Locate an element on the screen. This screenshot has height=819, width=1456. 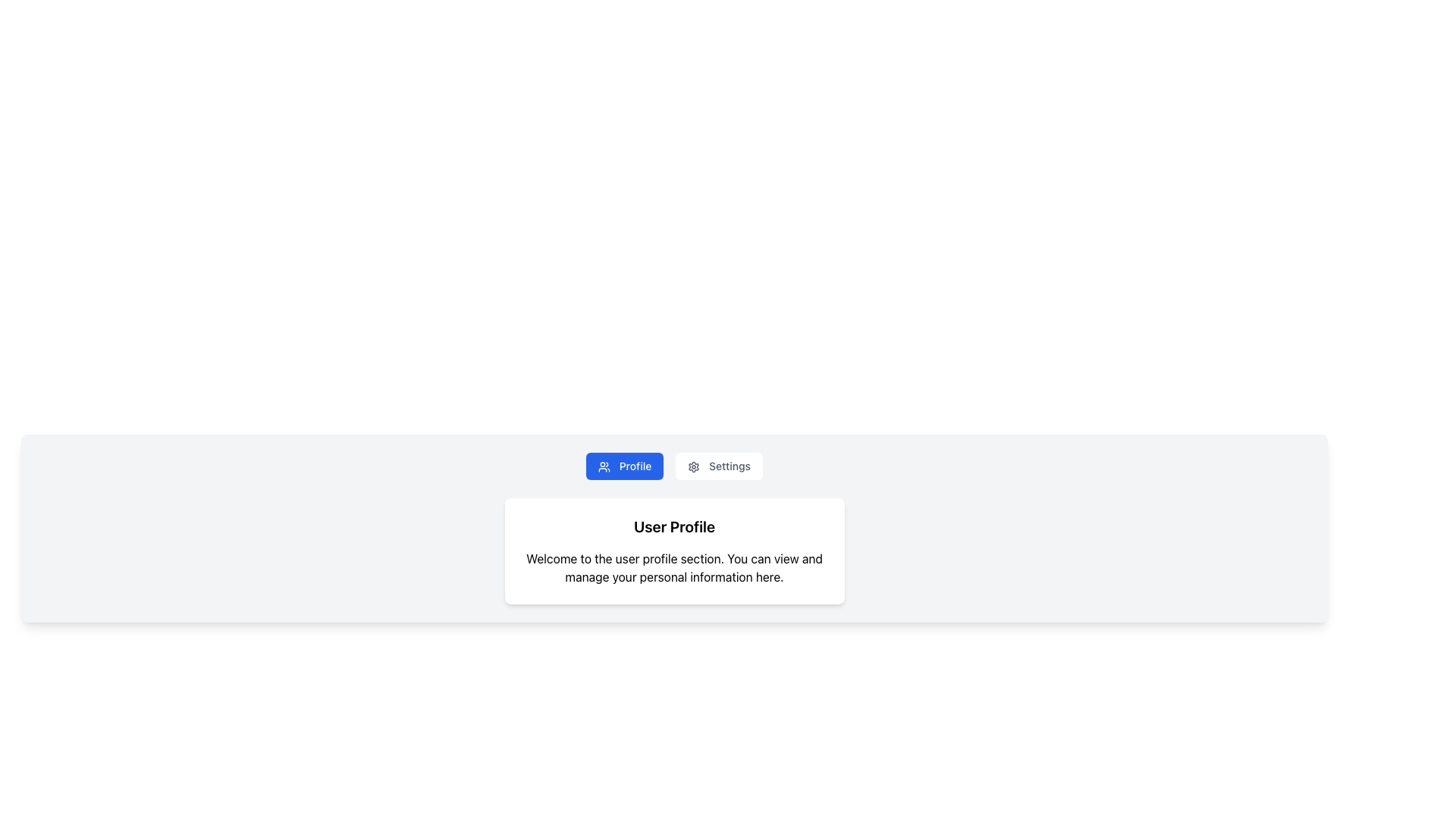
the 'Profile' button, which is the first button from the left in the horizontal layout is located at coordinates (625, 465).